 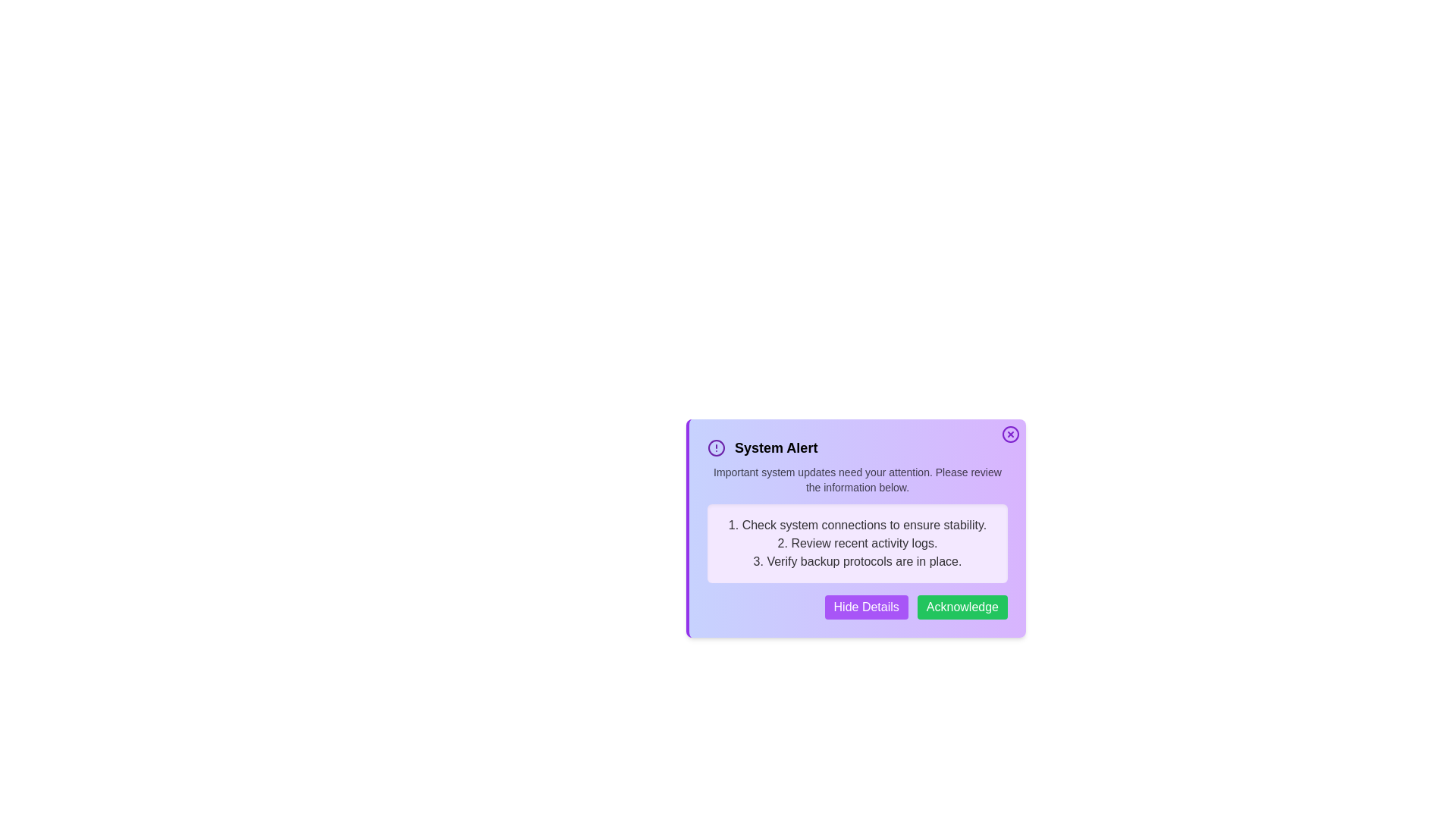 What do you see at coordinates (961, 607) in the screenshot?
I see `the 'Acknowledge' button to acknowledge the alert` at bounding box center [961, 607].